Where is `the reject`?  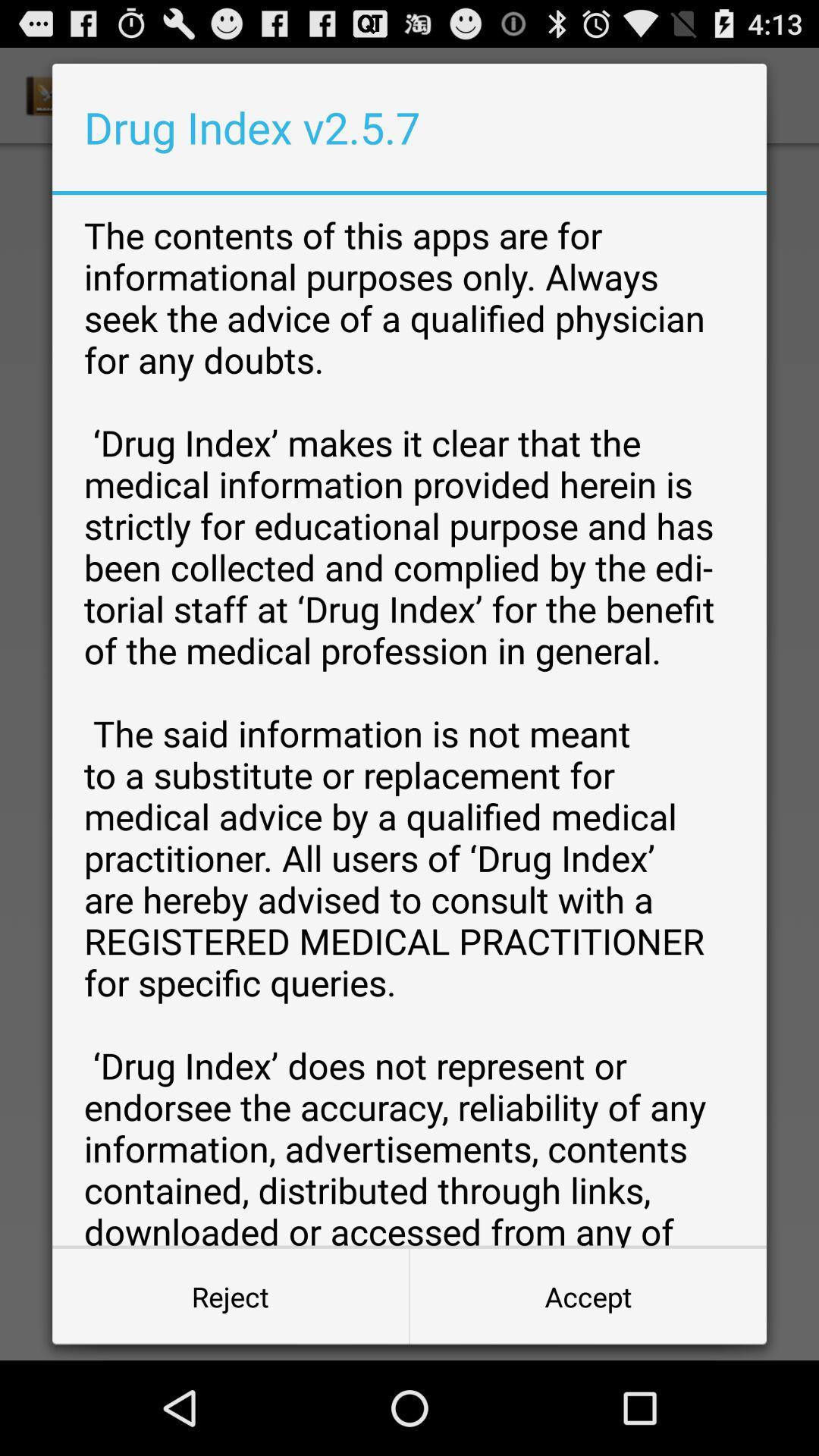
the reject is located at coordinates (231, 1295).